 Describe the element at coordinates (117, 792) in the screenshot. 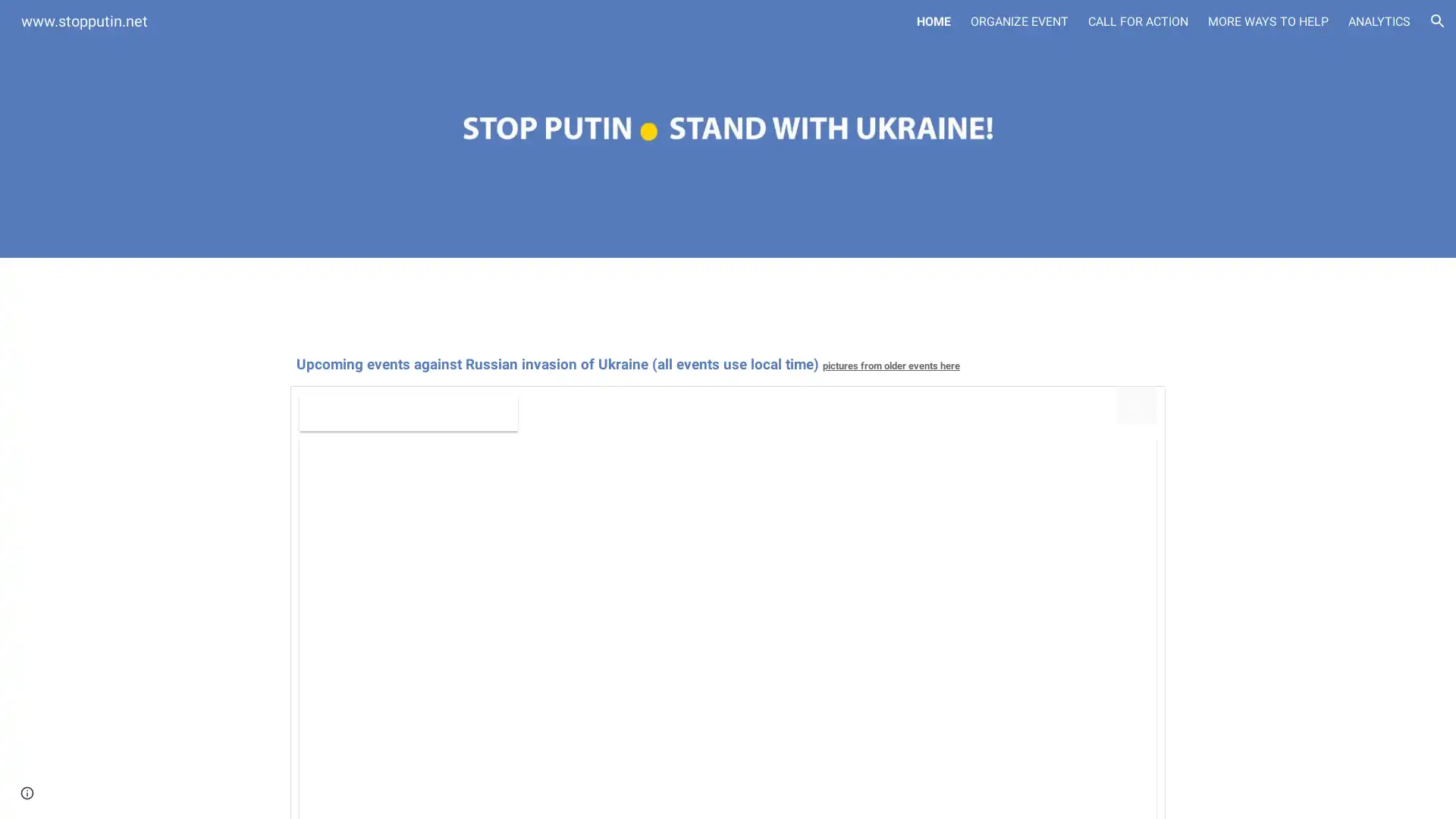

I see `Google Sites` at that location.